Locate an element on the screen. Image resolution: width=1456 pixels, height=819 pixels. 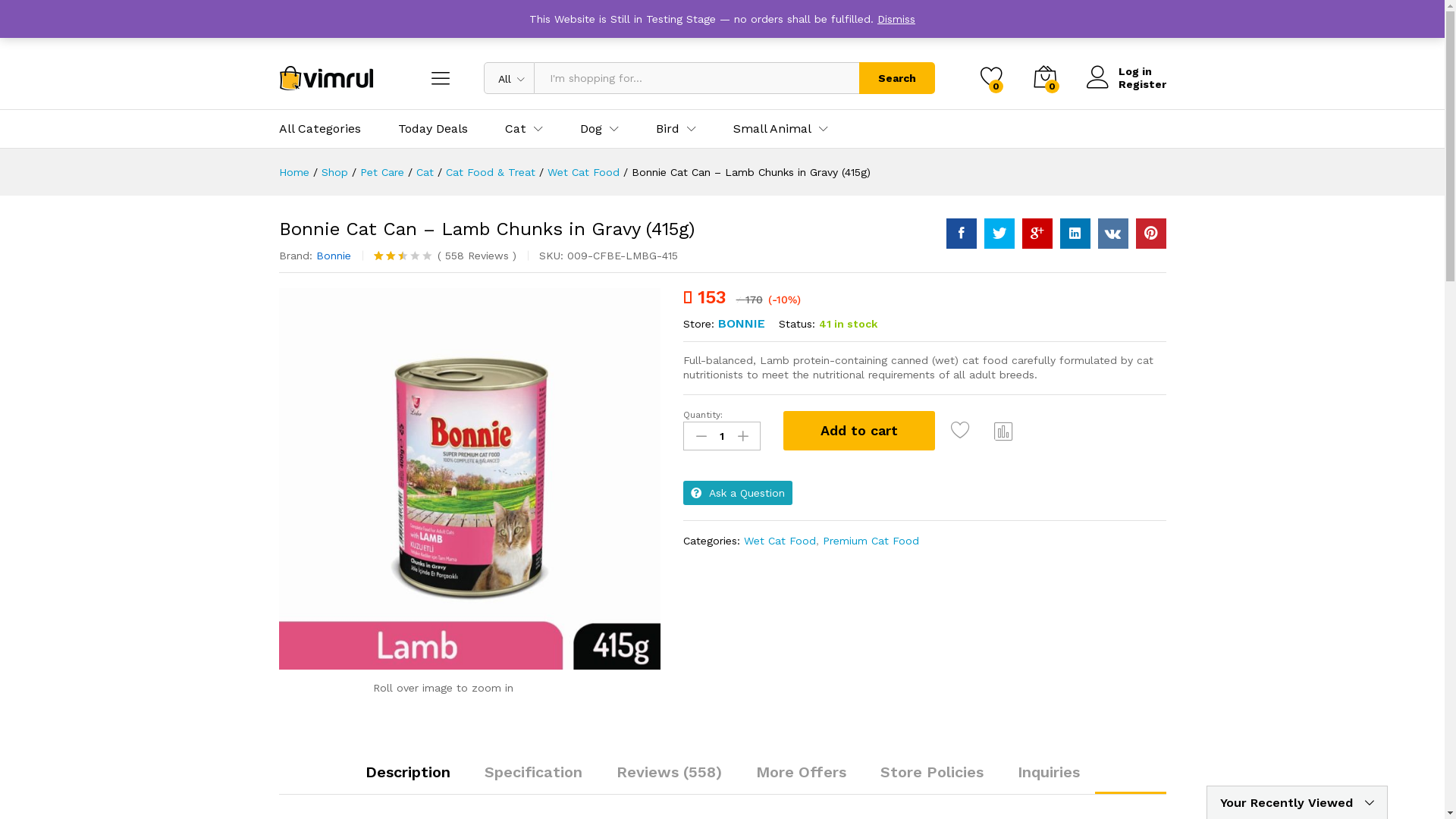
'Description' is located at coordinates (407, 772).